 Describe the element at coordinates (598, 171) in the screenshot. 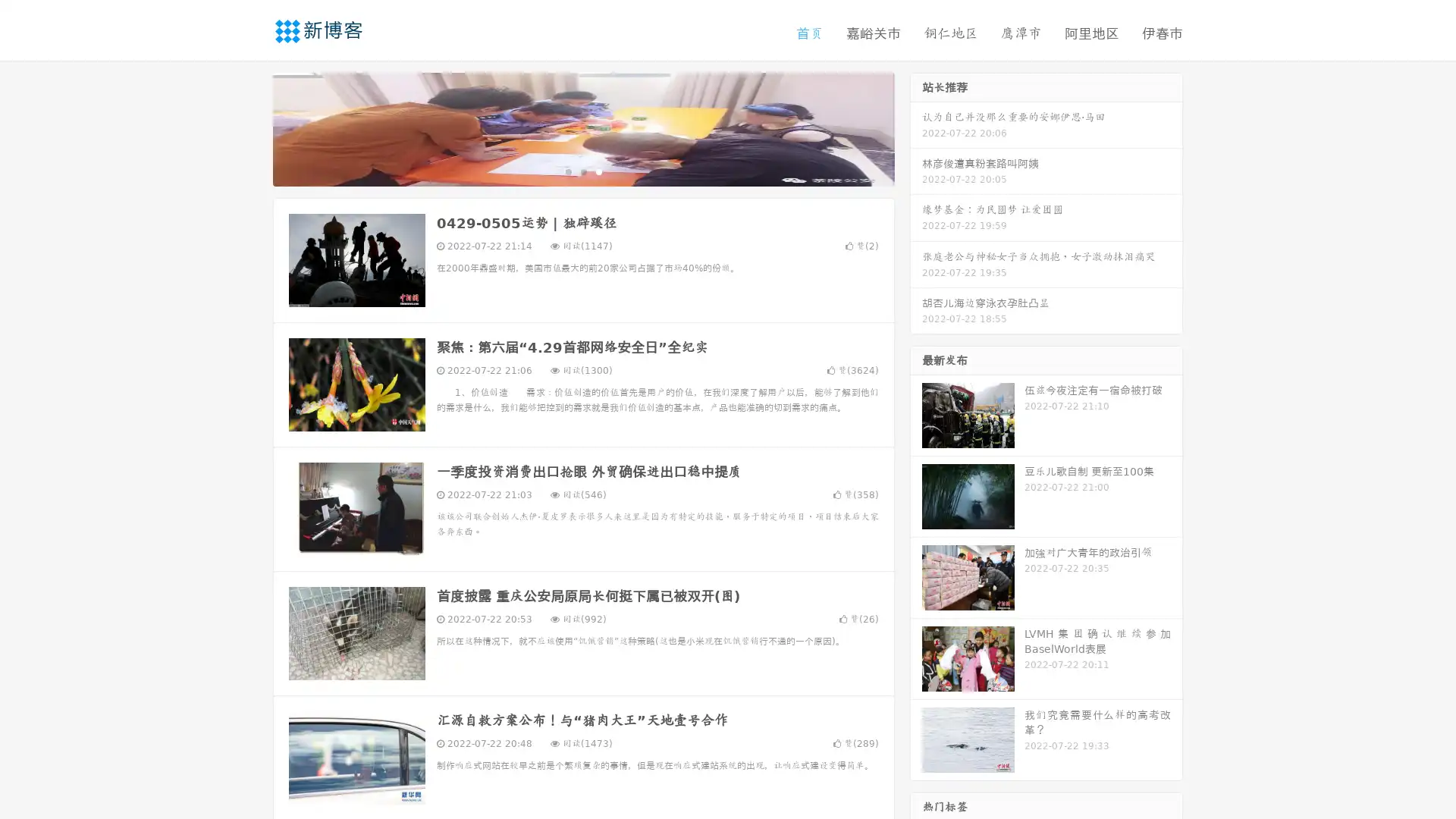

I see `Go to slide 3` at that location.